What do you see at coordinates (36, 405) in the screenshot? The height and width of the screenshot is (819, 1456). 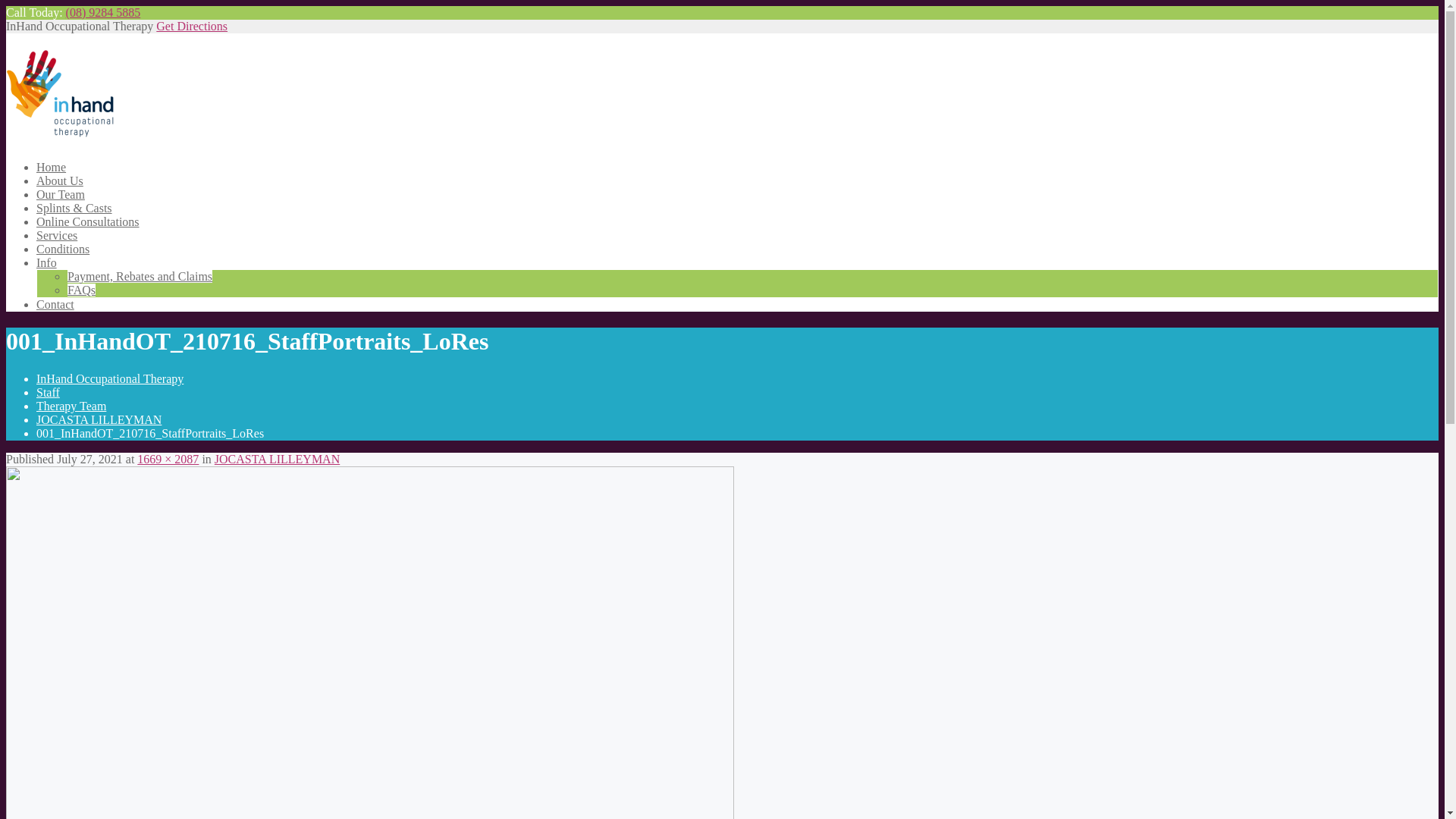 I see `'Therapy Team'` at bounding box center [36, 405].